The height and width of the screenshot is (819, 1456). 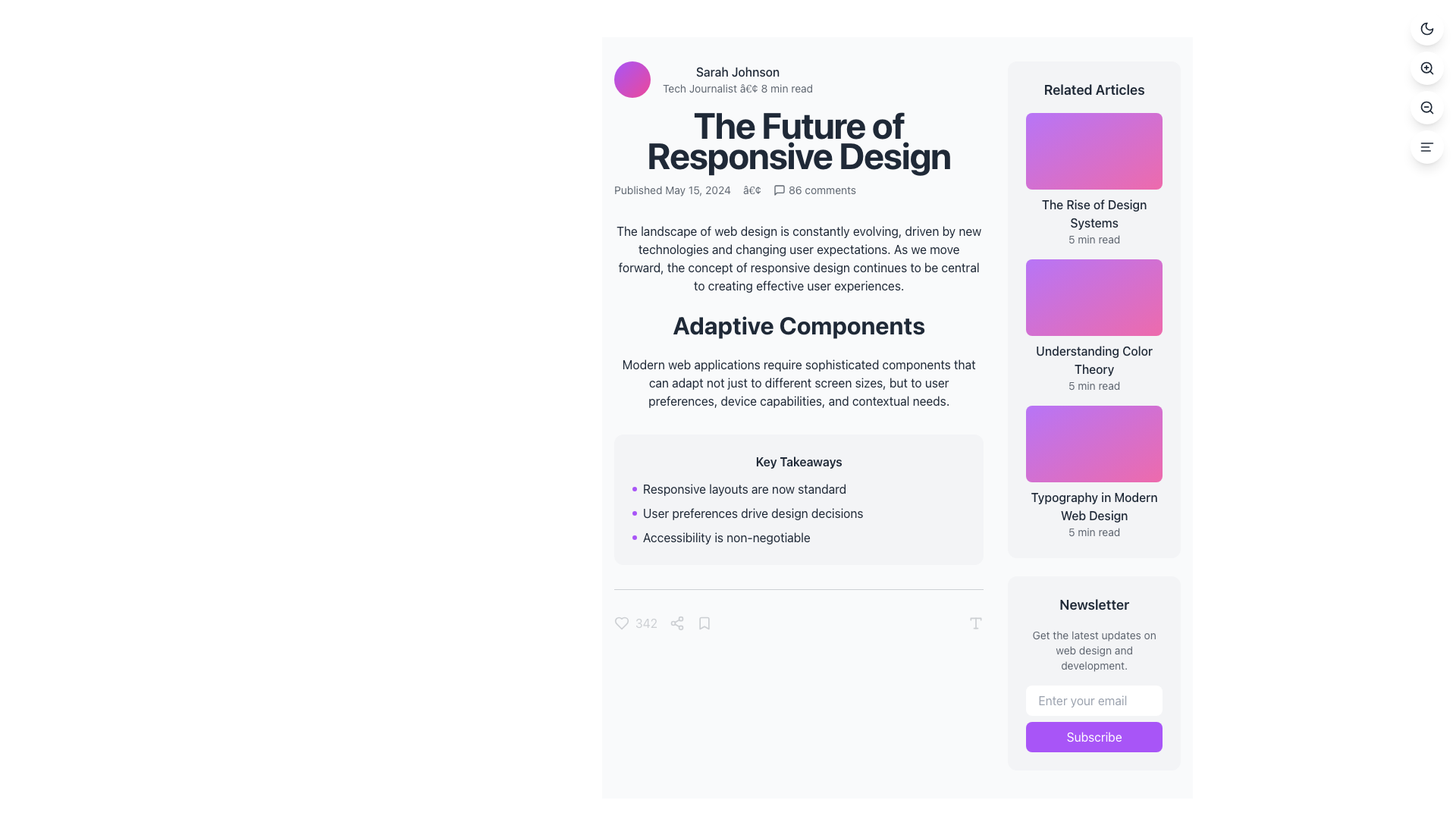 What do you see at coordinates (738, 72) in the screenshot?
I see `the surrounding content near the author identifier text label, which is located to the right of a circular profile image in the top-left area of the content section` at bounding box center [738, 72].